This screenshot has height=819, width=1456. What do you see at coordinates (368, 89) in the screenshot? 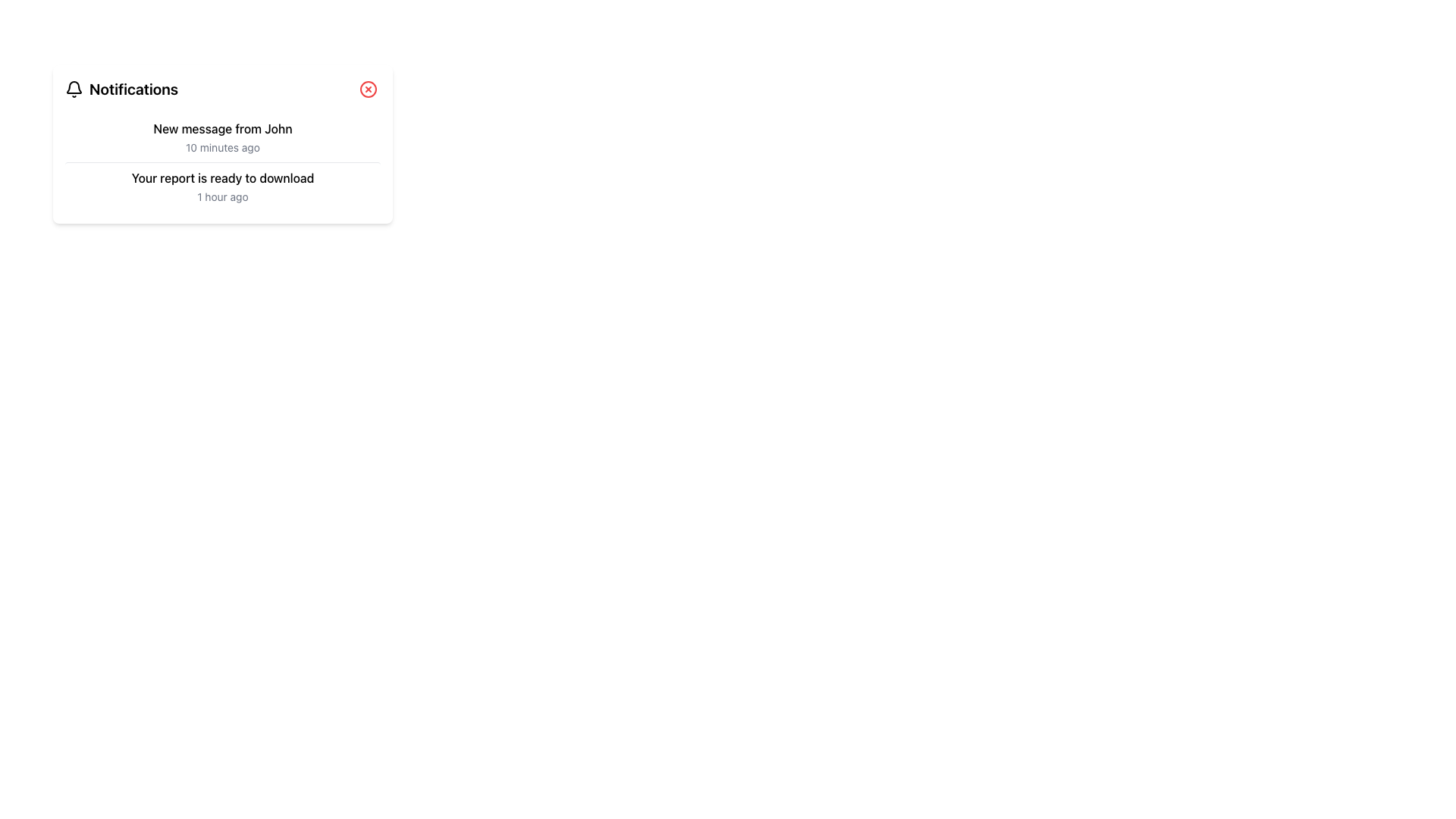
I see `the close button located in the top-right corner of the 'Notifications' section to observe any hover effects` at bounding box center [368, 89].